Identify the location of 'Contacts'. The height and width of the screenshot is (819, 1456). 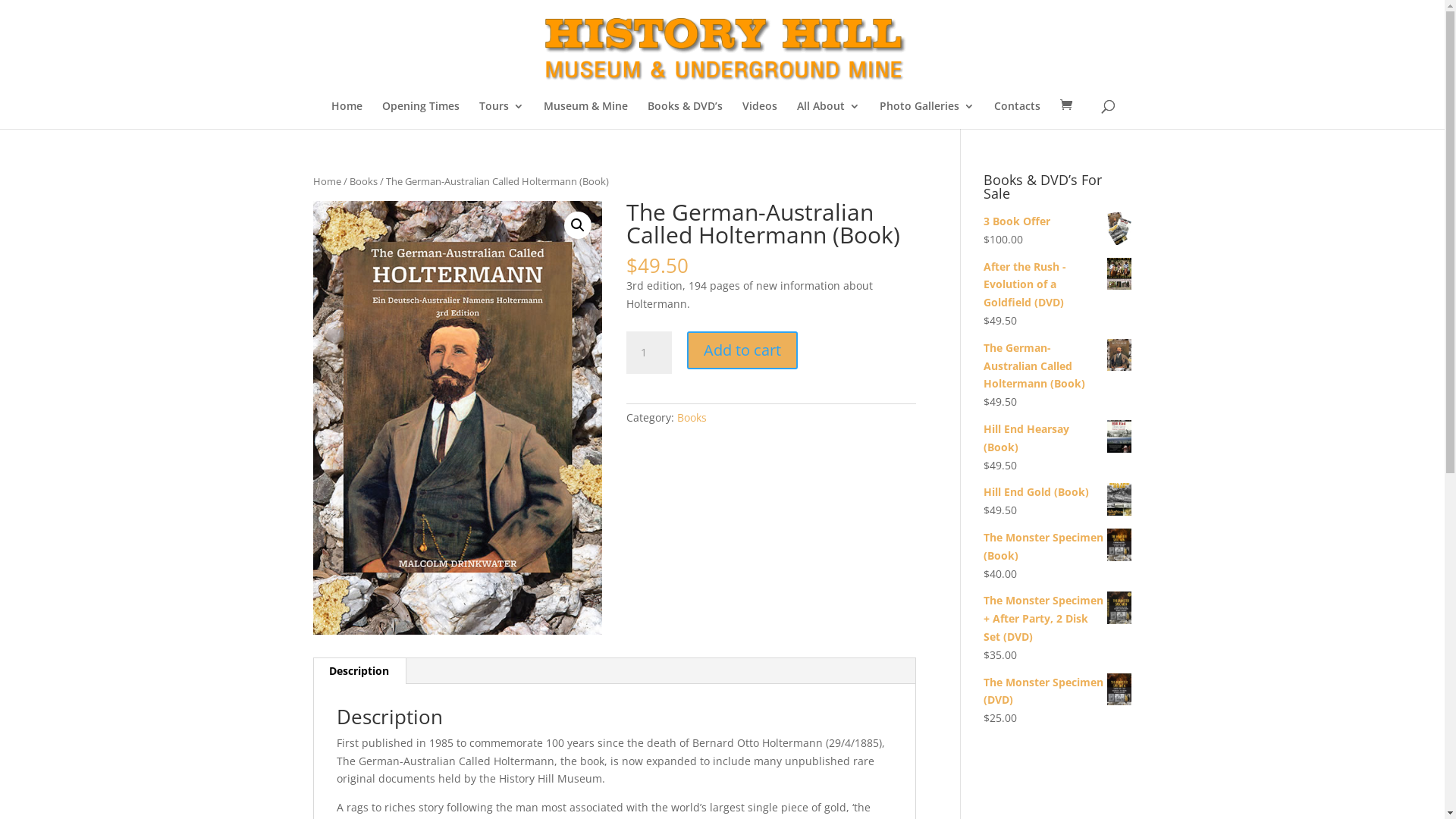
(1017, 114).